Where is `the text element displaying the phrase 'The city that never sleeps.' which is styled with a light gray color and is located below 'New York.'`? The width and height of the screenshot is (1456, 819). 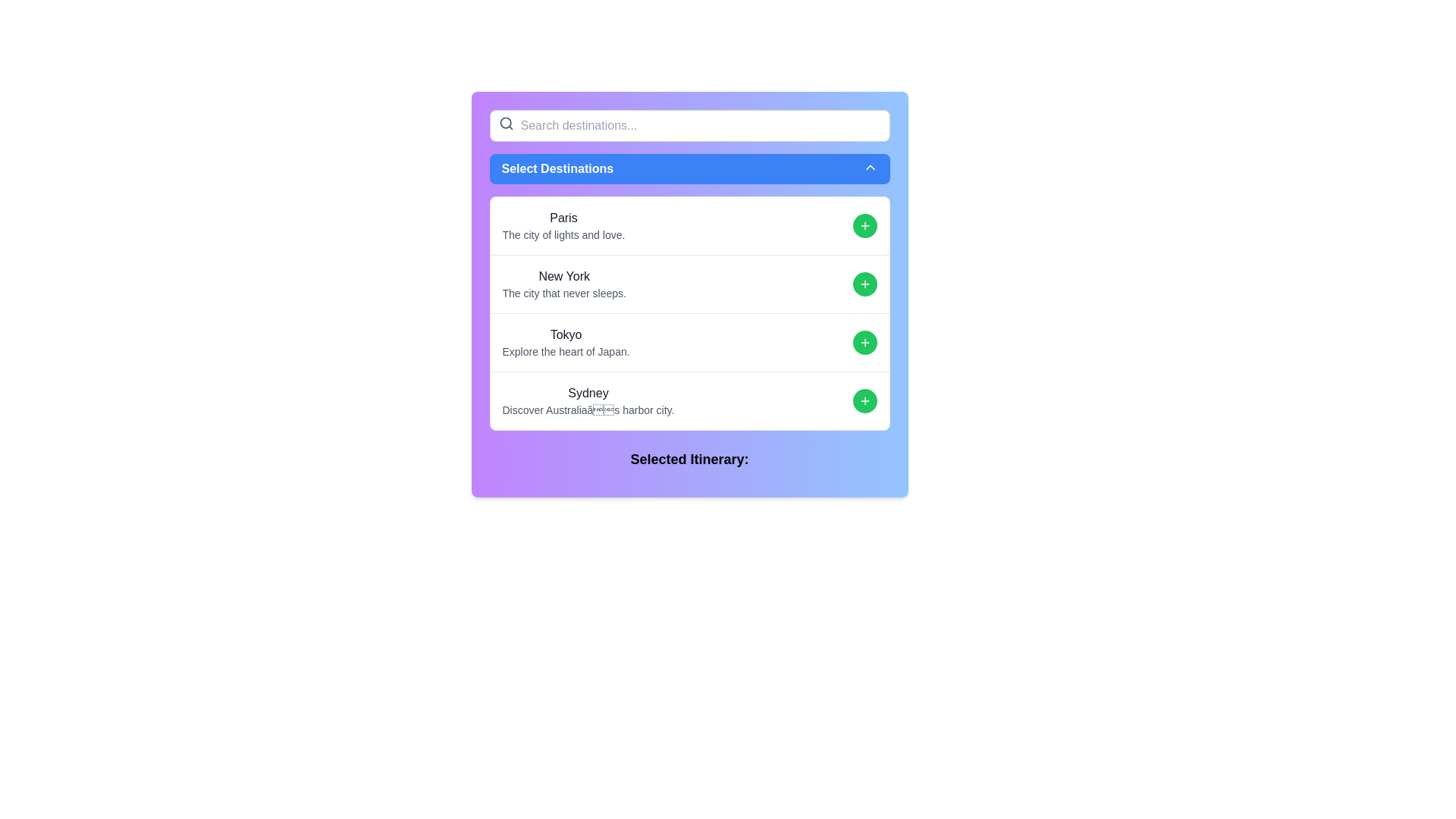
the text element displaying the phrase 'The city that never sleeps.' which is styled with a light gray color and is located below 'New York.' is located at coordinates (563, 293).